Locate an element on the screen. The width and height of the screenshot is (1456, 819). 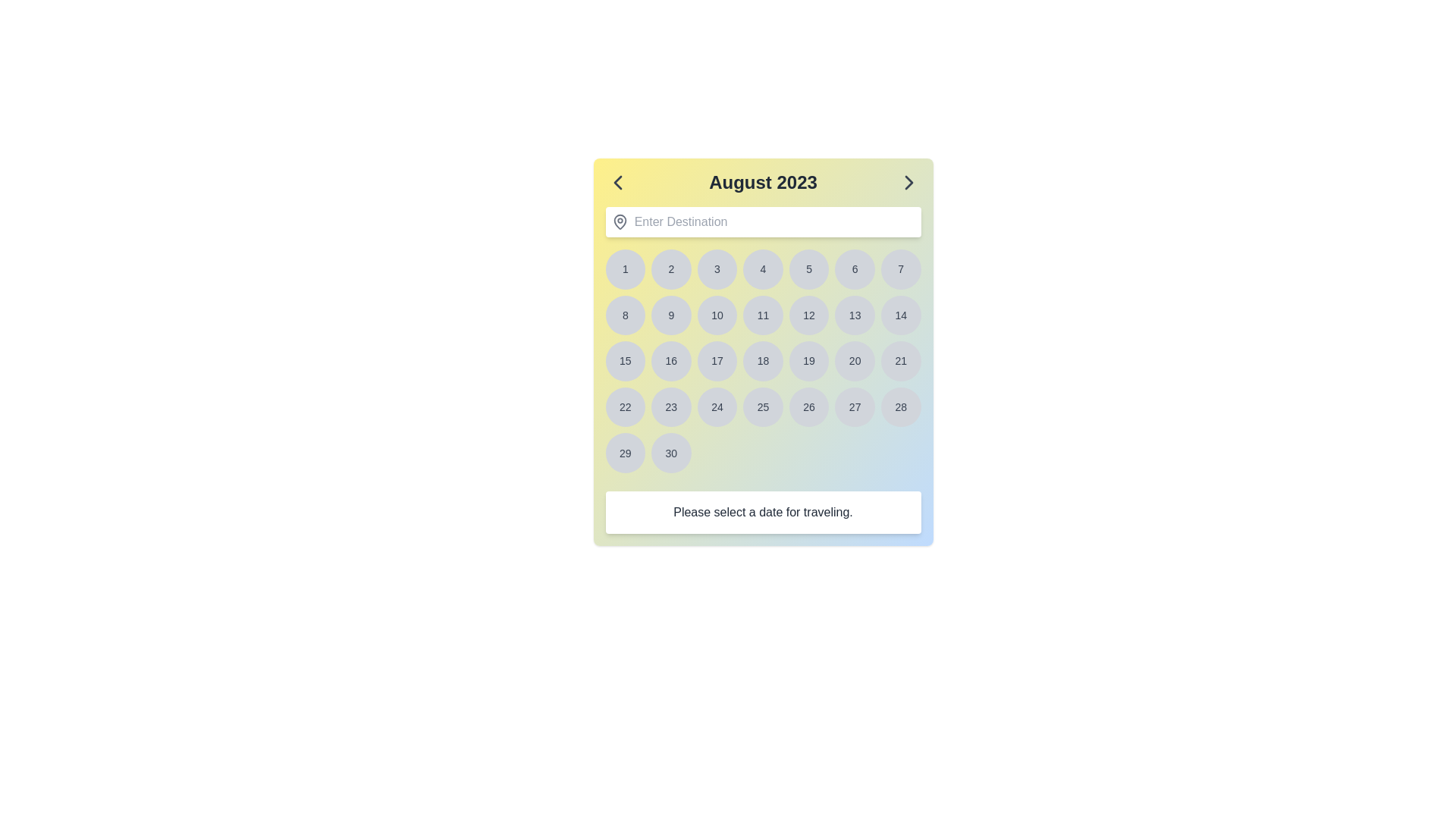
the button representing the date '28' in the calendar is located at coordinates (901, 406).